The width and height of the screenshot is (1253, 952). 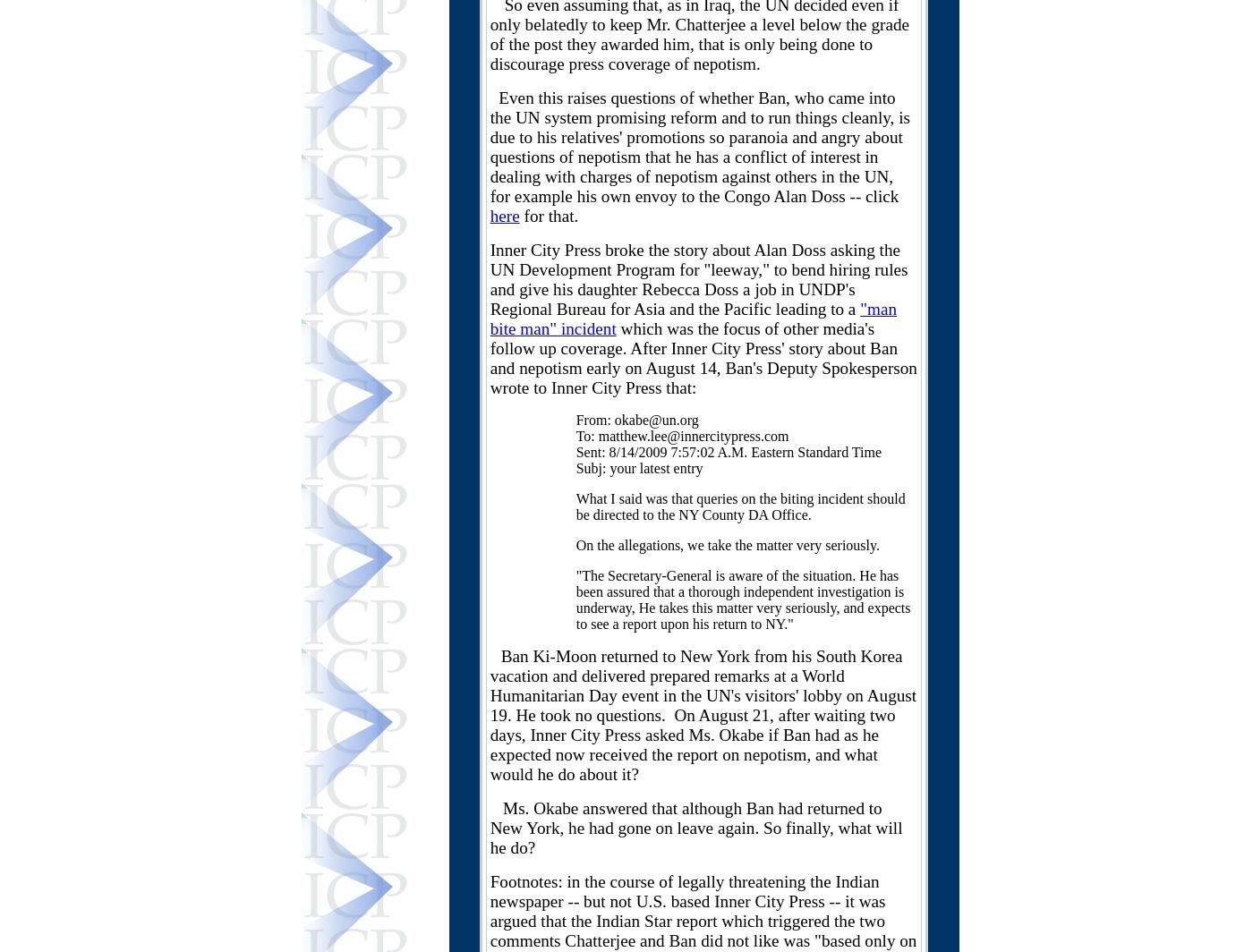 What do you see at coordinates (693, 319) in the screenshot?
I see `'"man bite
man" incident'` at bounding box center [693, 319].